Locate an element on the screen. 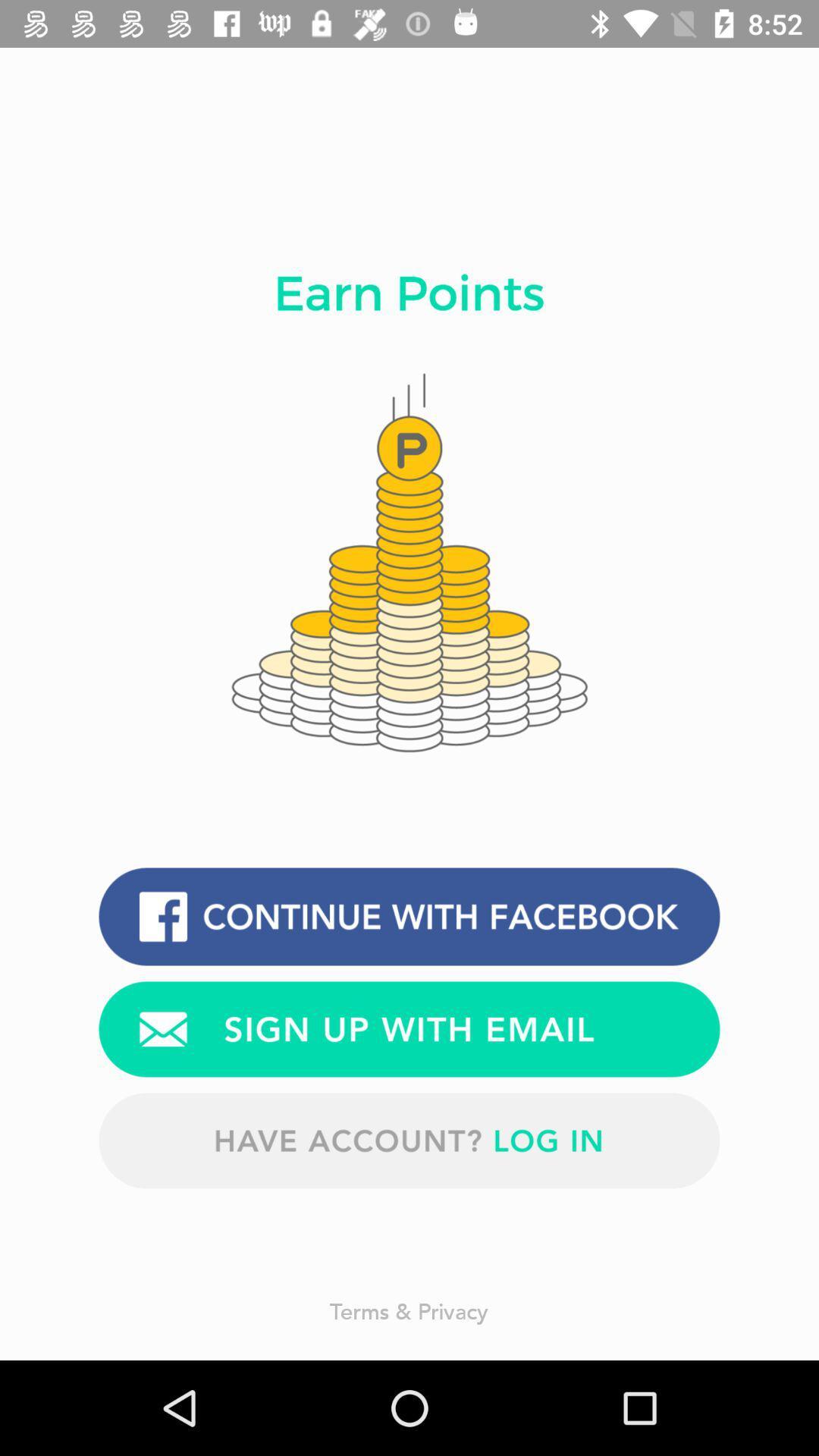 The image size is (819, 1456). the item below log in with item is located at coordinates (409, 1029).